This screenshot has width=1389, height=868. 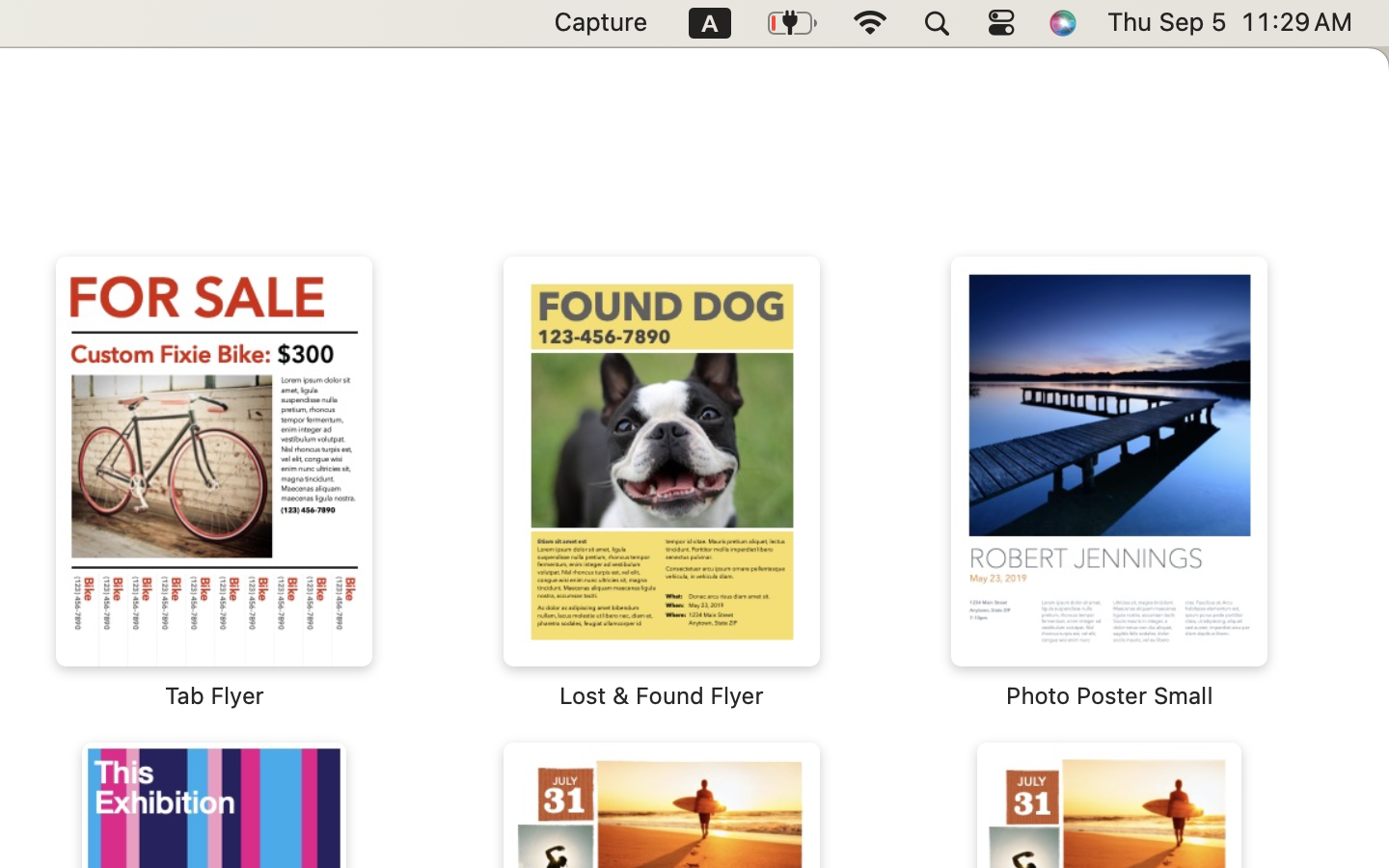 I want to click on '‎⁨Photo Poster Small⁩', so click(x=1108, y=482).